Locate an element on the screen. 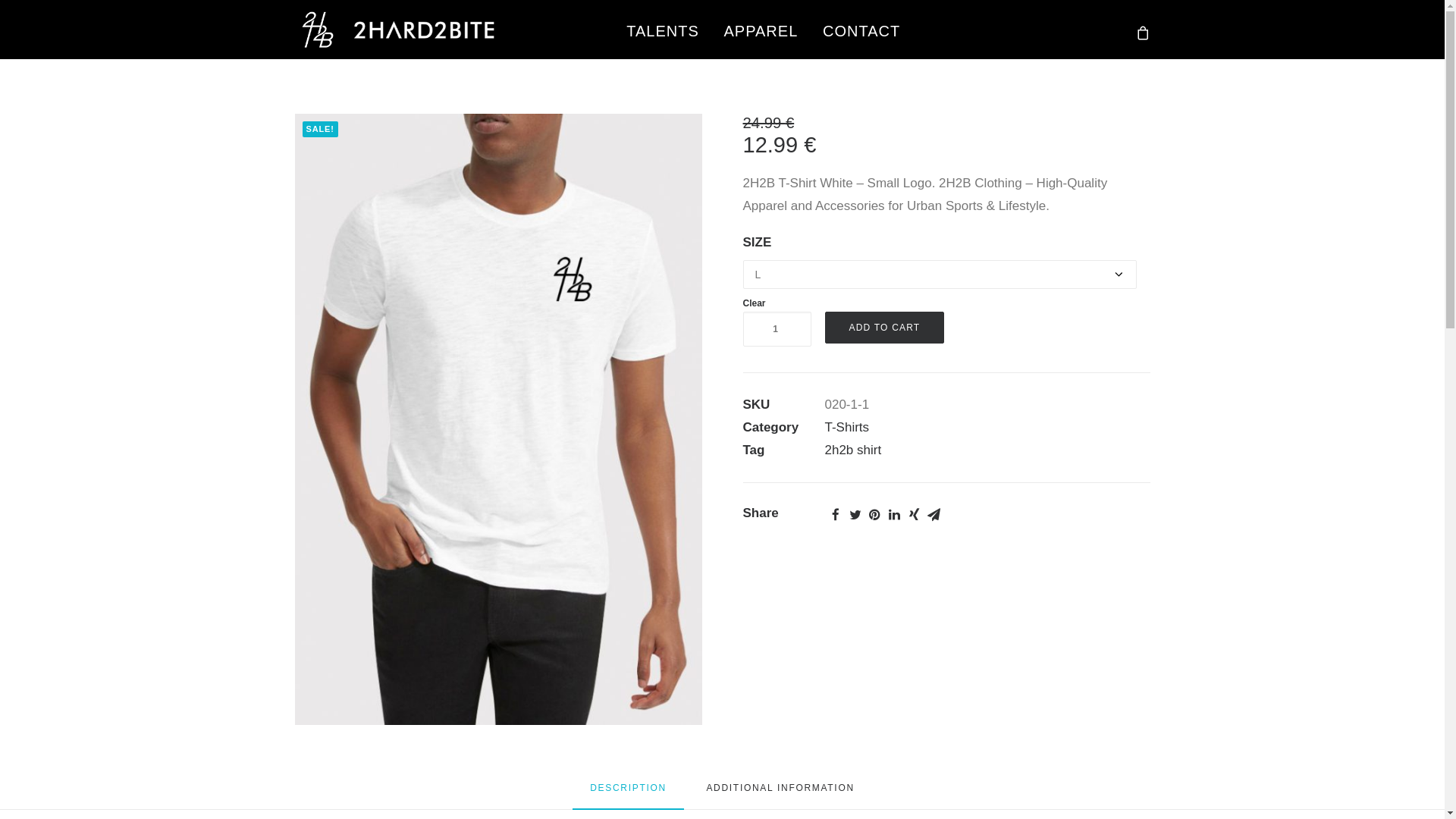 The height and width of the screenshot is (819, 1456). 'T-Shirts' is located at coordinates (846, 427).